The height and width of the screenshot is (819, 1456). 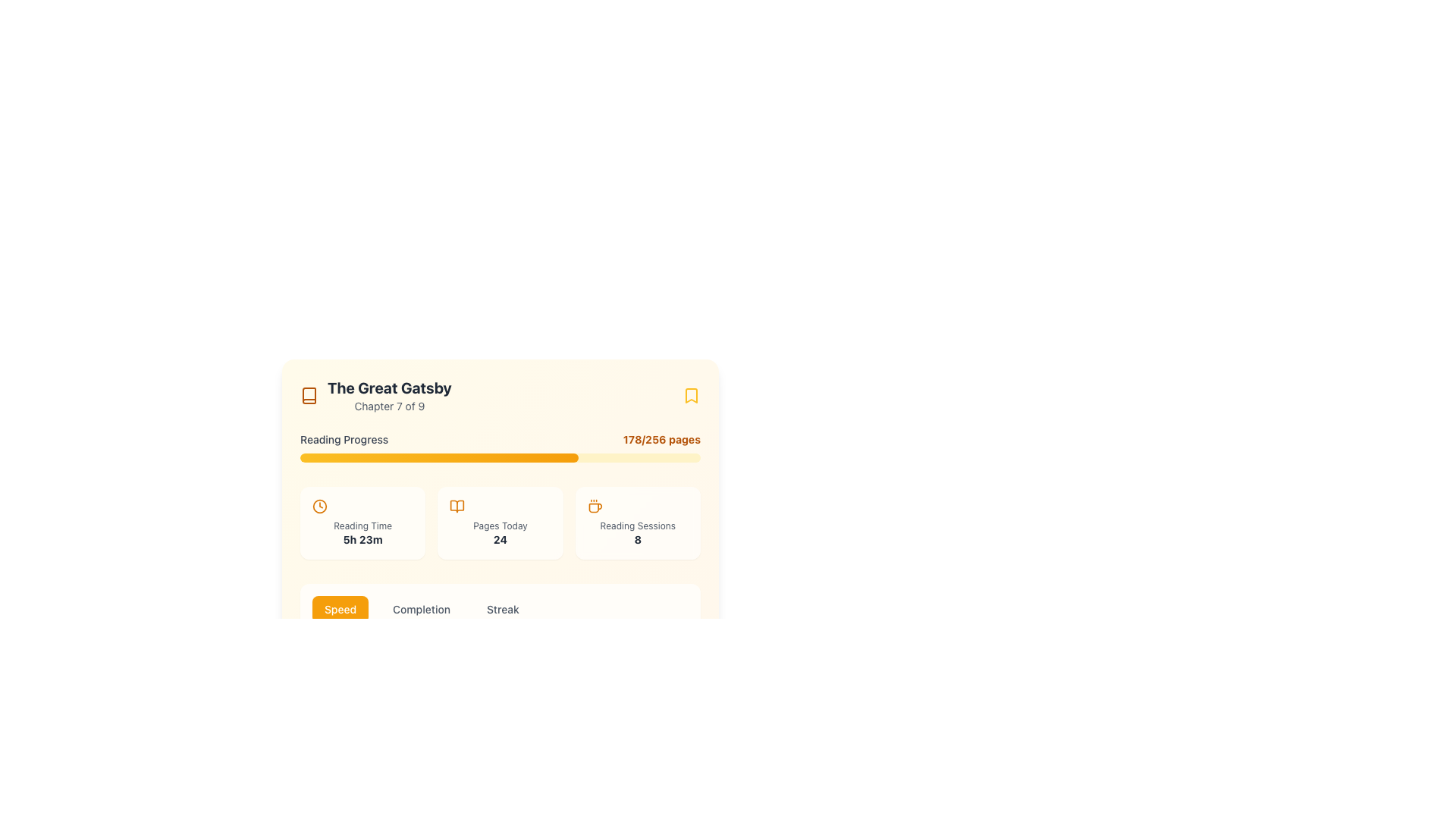 What do you see at coordinates (362, 539) in the screenshot?
I see `the Text Label displaying '5h 23m', which is rendered in a bold small font style and is located below the 'Reading Time' label` at bounding box center [362, 539].